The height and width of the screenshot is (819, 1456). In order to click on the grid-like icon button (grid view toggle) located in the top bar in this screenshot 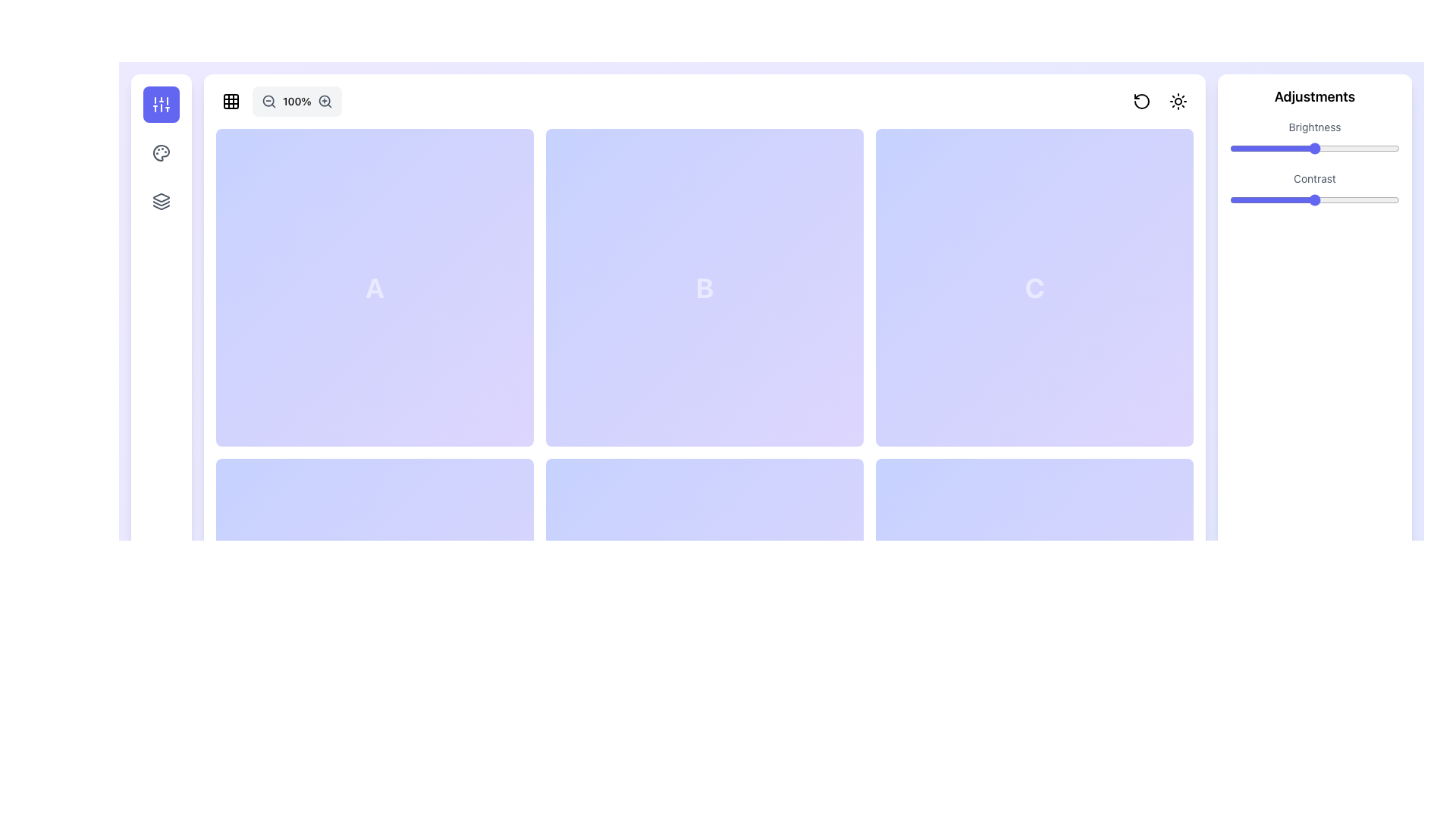, I will do `click(231, 102)`.